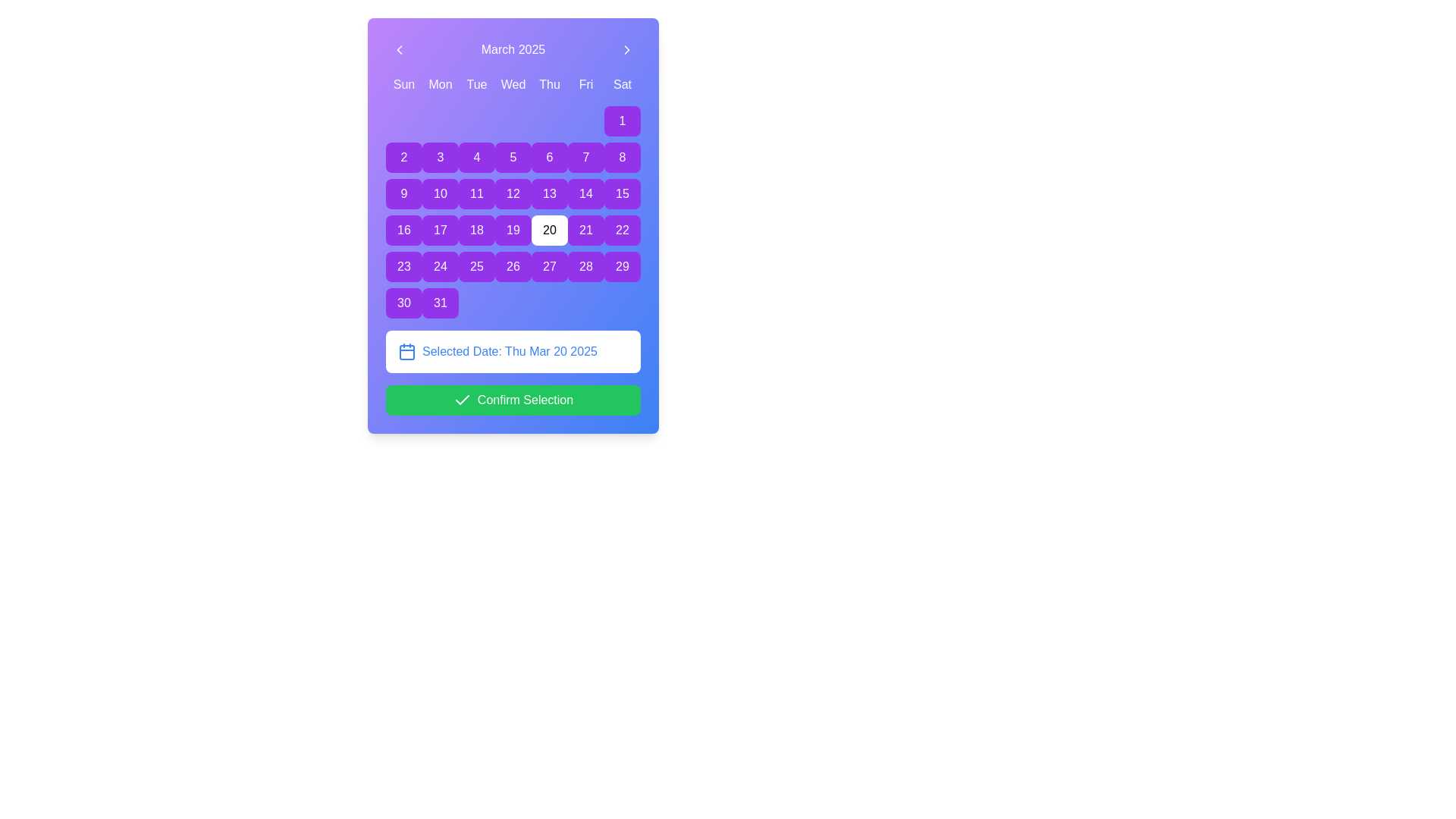  What do you see at coordinates (510, 351) in the screenshot?
I see `the text label that displays the currently selected date from the calendar, which is centrally placed within a white rectangular box below the calendar grid and above the green confirmation button` at bounding box center [510, 351].